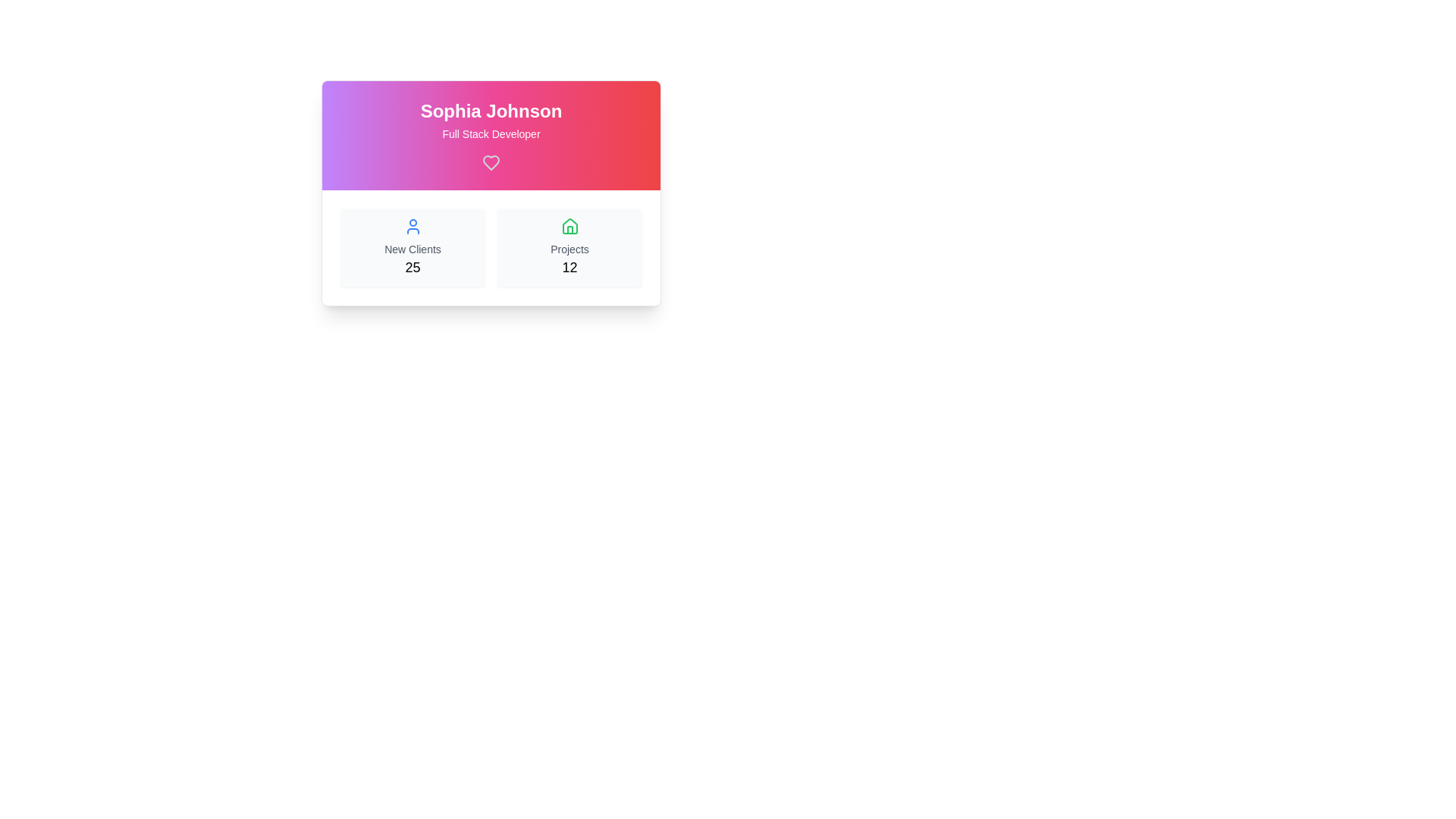  What do you see at coordinates (413, 247) in the screenshot?
I see `the Informational card representing the count of new clients, located in the top-left portion of the application interface` at bounding box center [413, 247].